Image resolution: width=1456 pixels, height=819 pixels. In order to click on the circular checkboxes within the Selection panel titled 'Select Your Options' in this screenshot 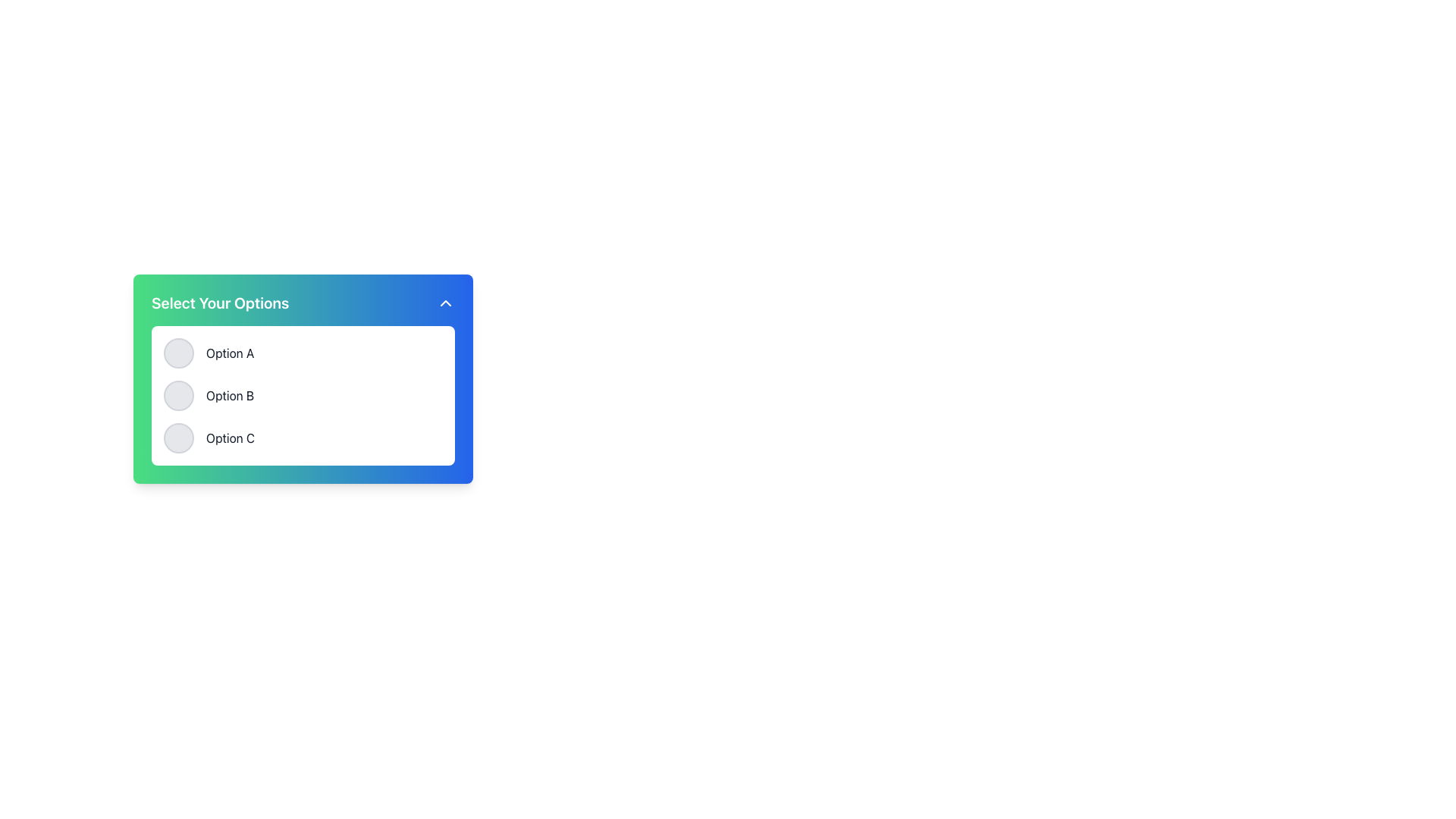, I will do `click(303, 399)`.